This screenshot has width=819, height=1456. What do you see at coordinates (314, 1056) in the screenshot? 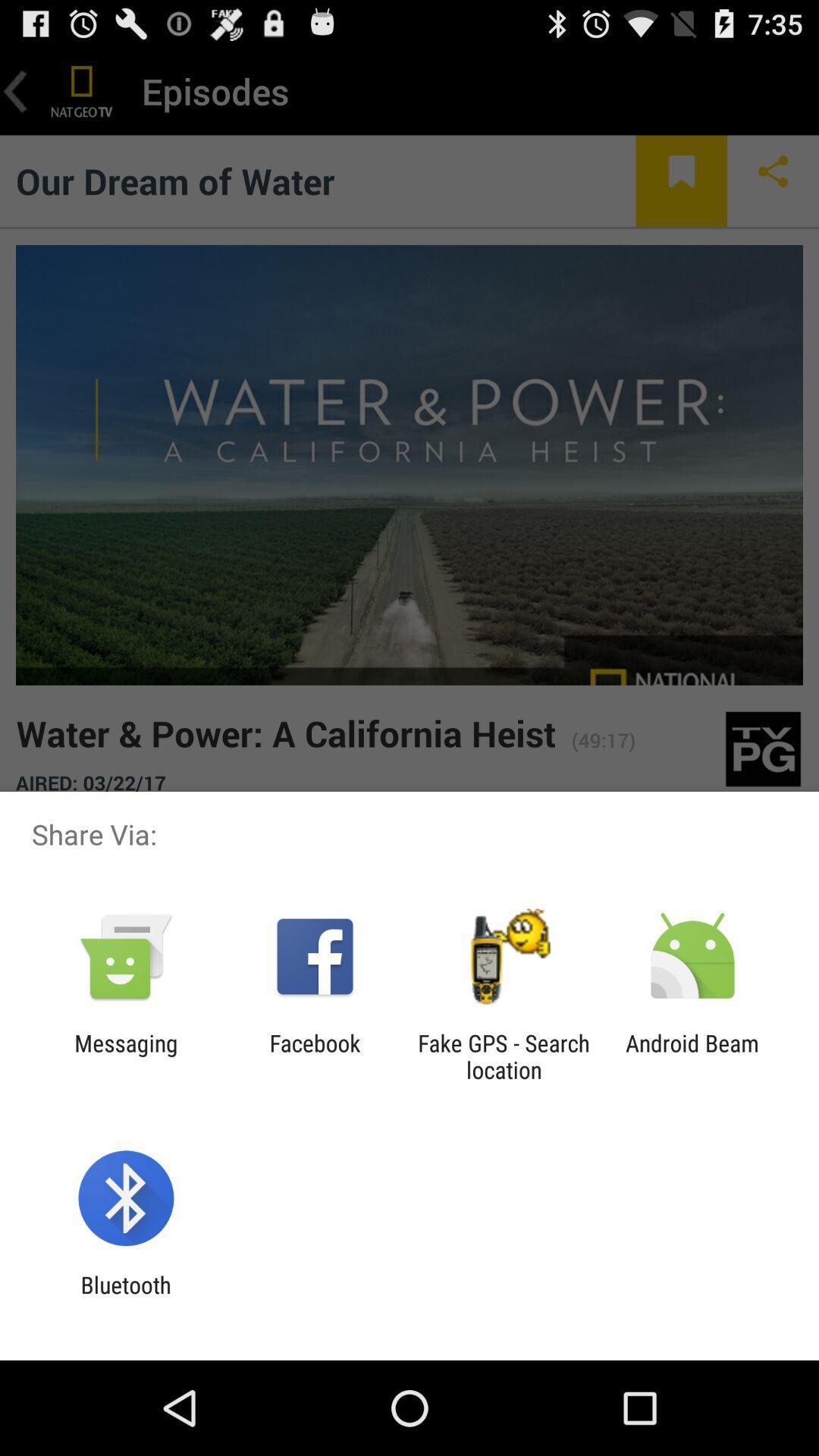
I see `app next to fake gps search item` at bounding box center [314, 1056].